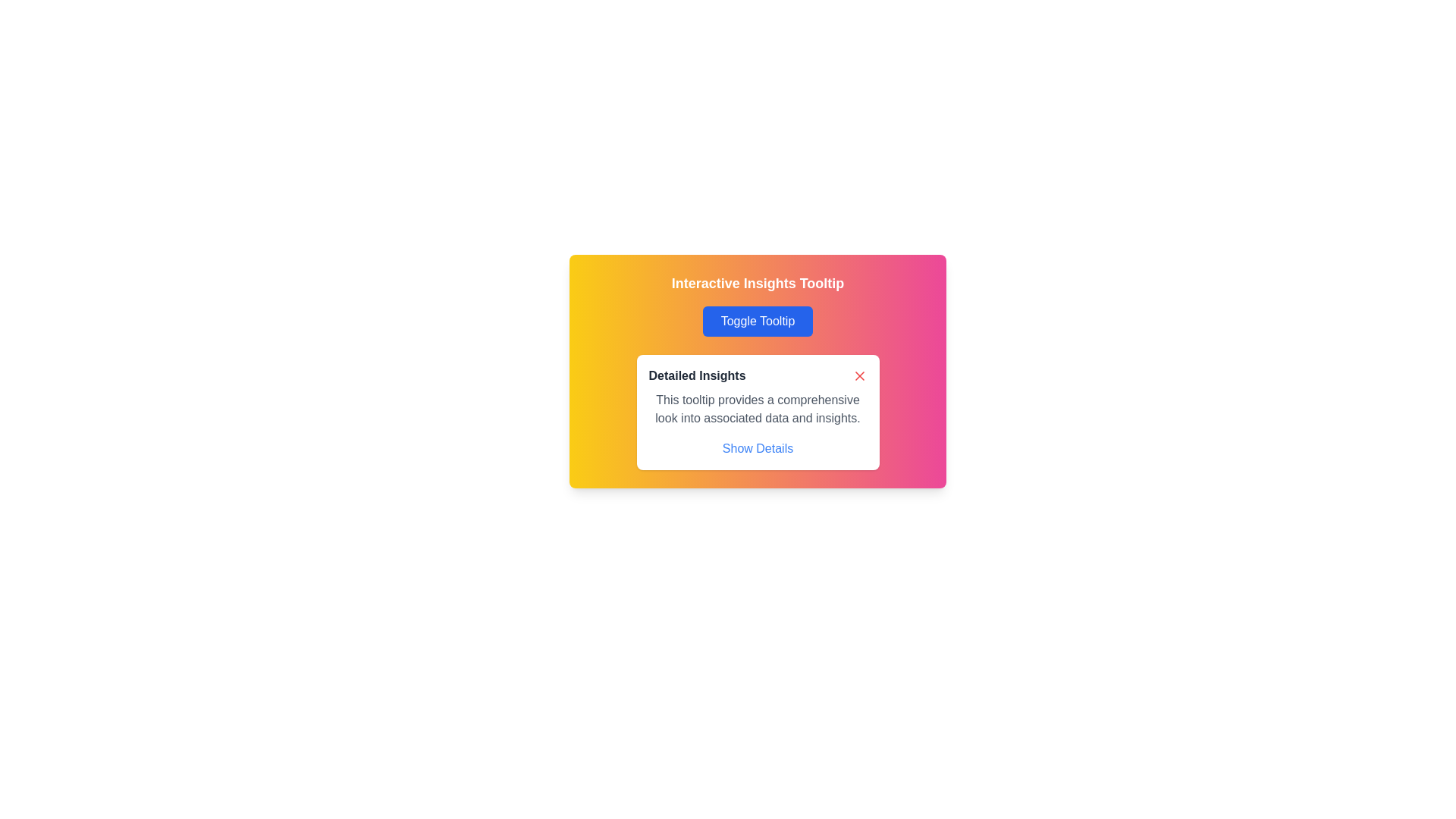 This screenshot has width=1456, height=819. Describe the element at coordinates (758, 447) in the screenshot. I see `the link located at the bottom of a white tooltip box with rounded corners, centered horizontally within the box and below the descriptive text, to follow its action` at that location.